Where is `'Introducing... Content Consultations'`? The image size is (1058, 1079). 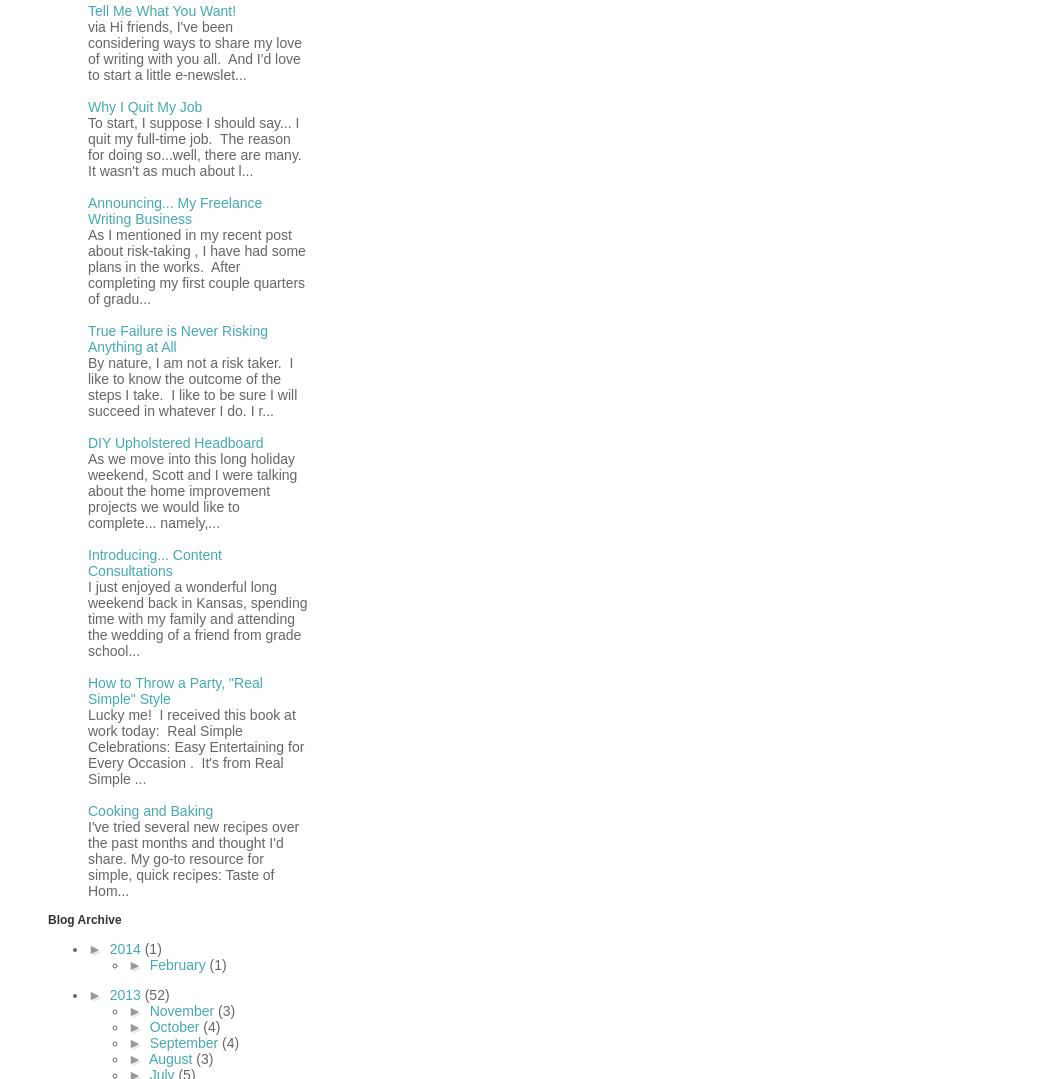
'Introducing... Content Consultations' is located at coordinates (153, 561).